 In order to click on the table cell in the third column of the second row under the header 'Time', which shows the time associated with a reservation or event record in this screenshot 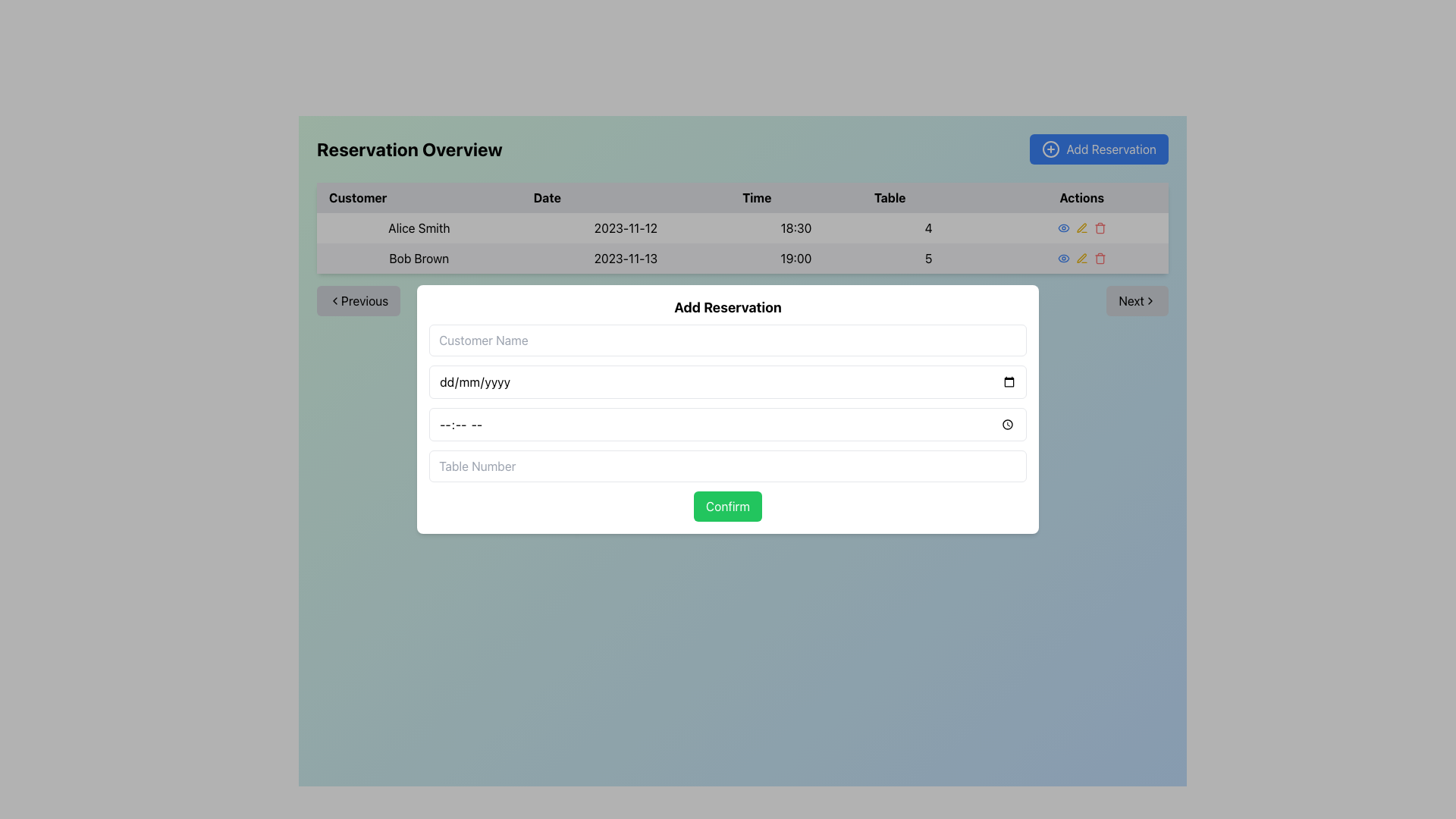, I will do `click(795, 257)`.